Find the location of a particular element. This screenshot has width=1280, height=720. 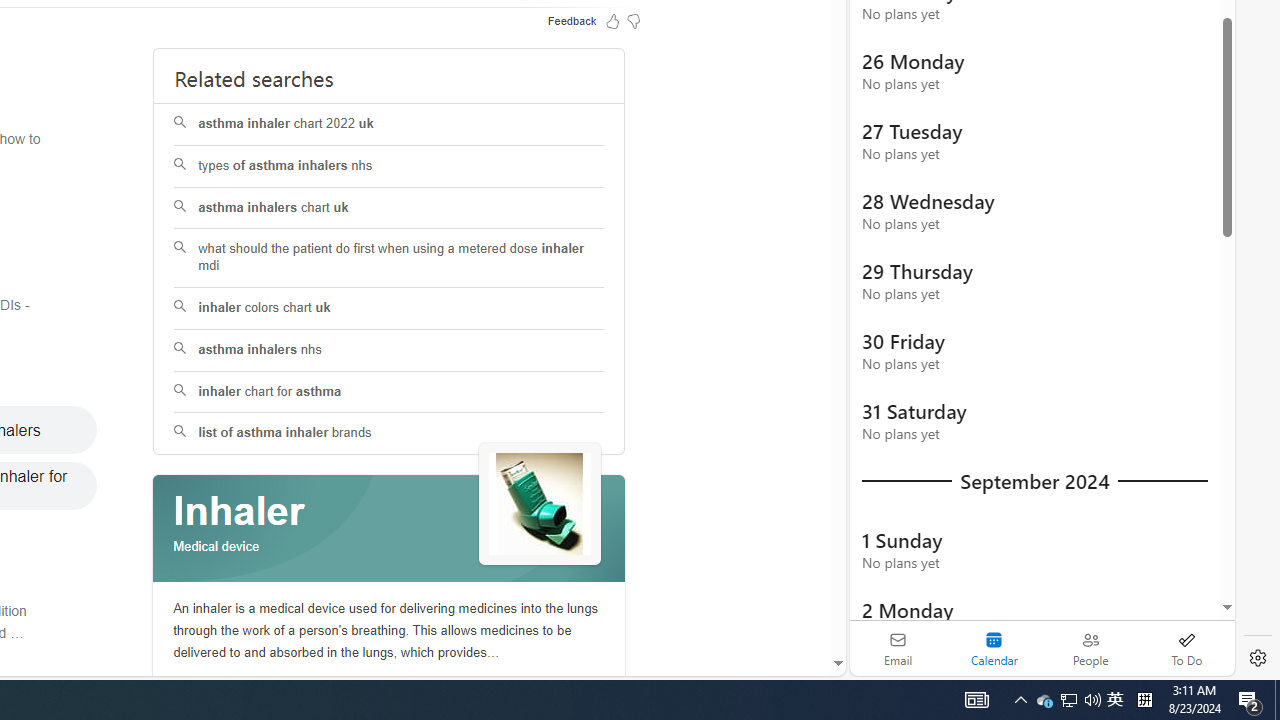

'asthma inhalers chart uk' is located at coordinates (389, 208).